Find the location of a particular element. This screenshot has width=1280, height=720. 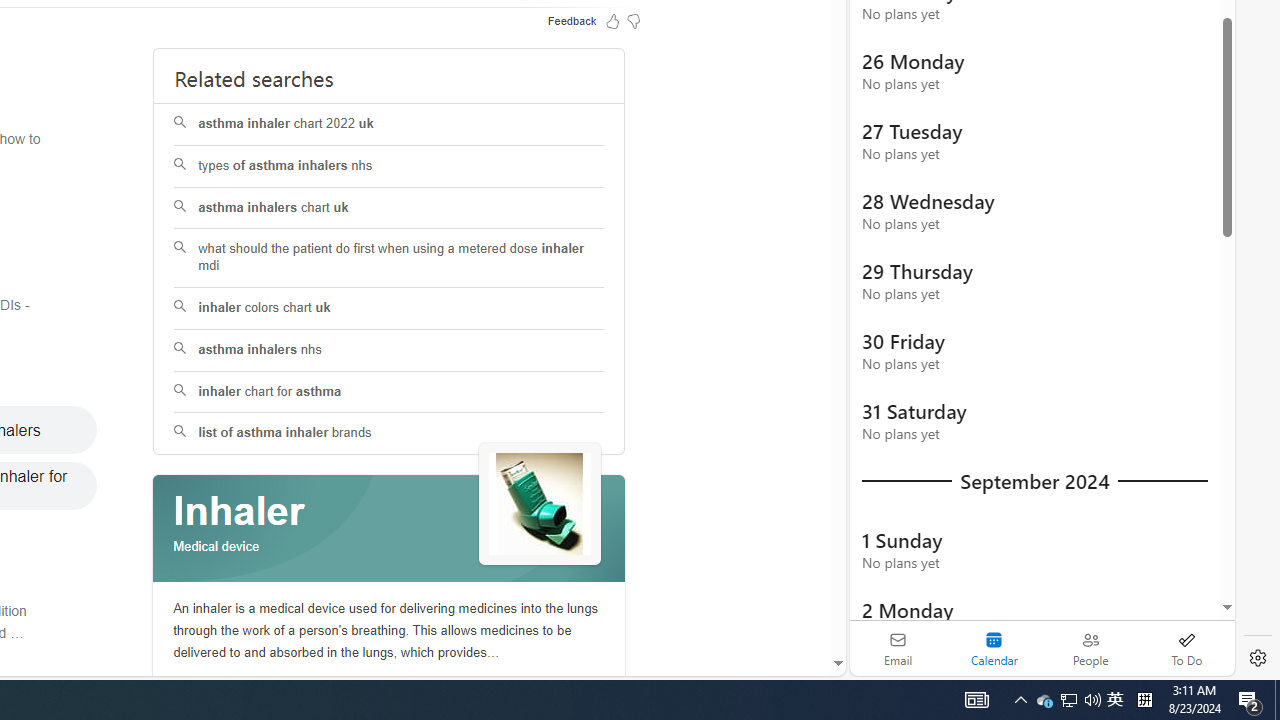

'asthma inhalers chart uk' is located at coordinates (389, 208).